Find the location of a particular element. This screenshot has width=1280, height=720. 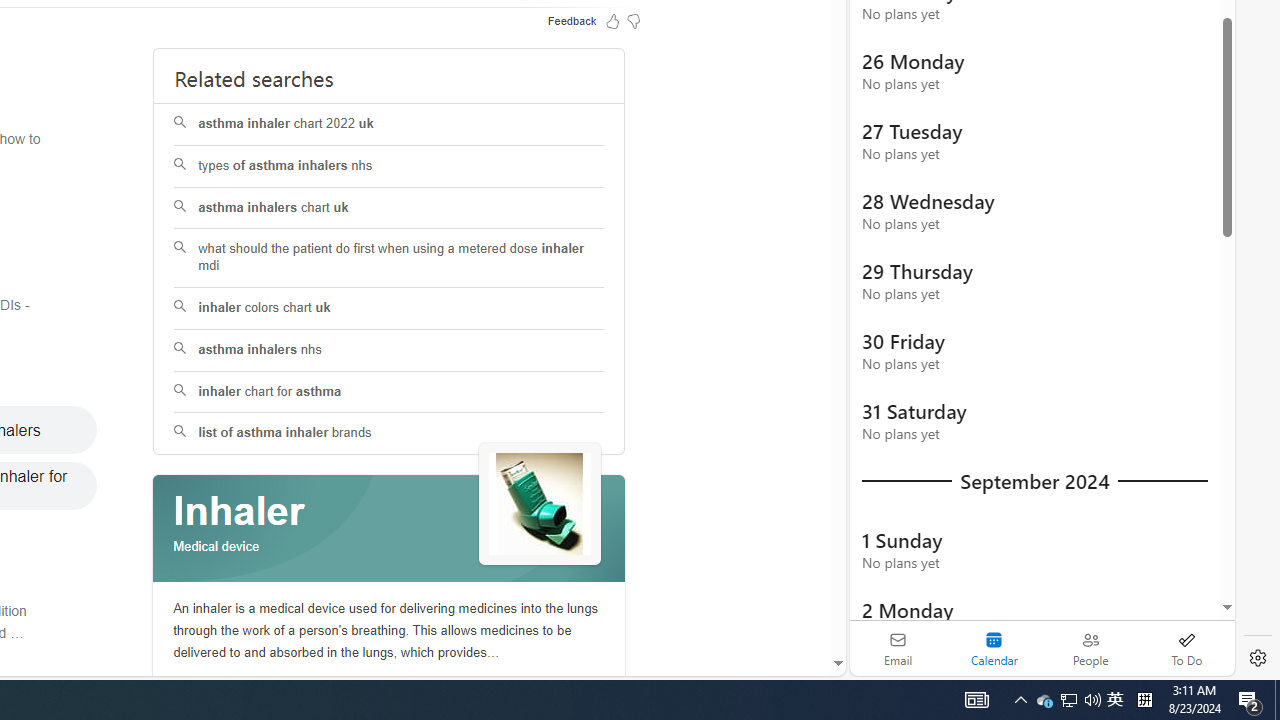

'asthma inhalers chart uk' is located at coordinates (389, 208).